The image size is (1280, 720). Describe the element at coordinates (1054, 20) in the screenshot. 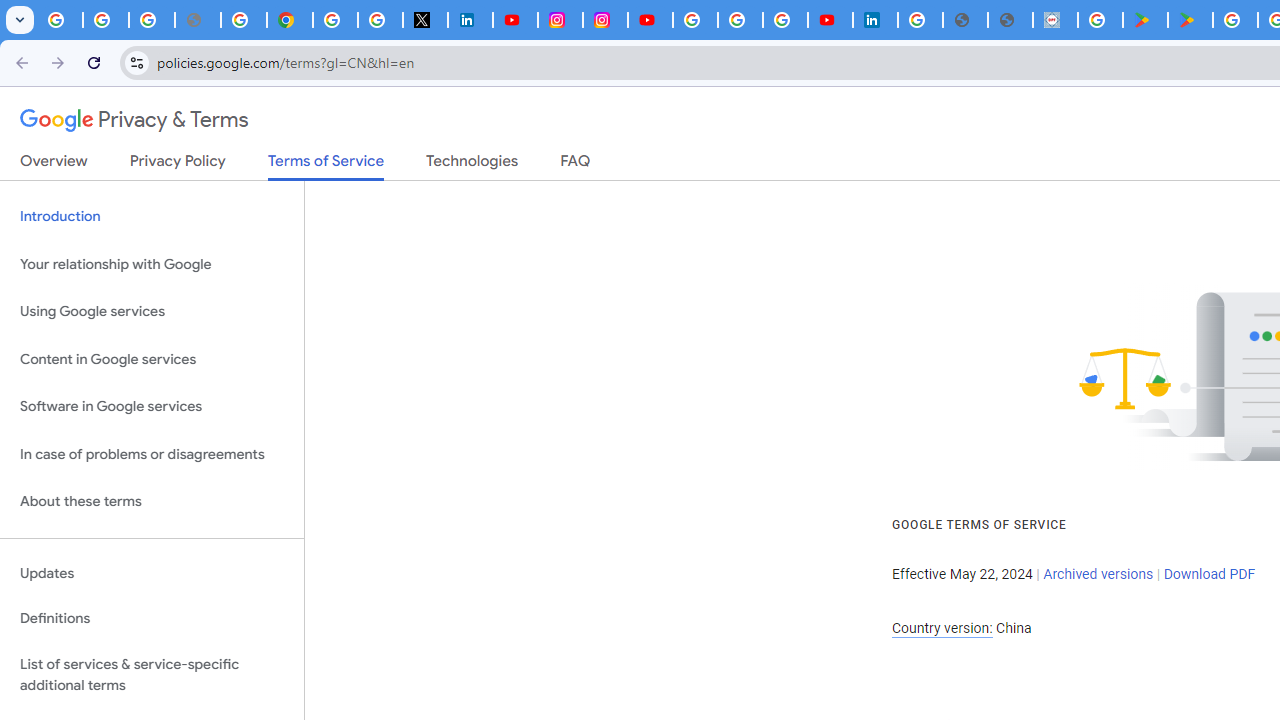

I see `'Data Privacy Framework'` at that location.